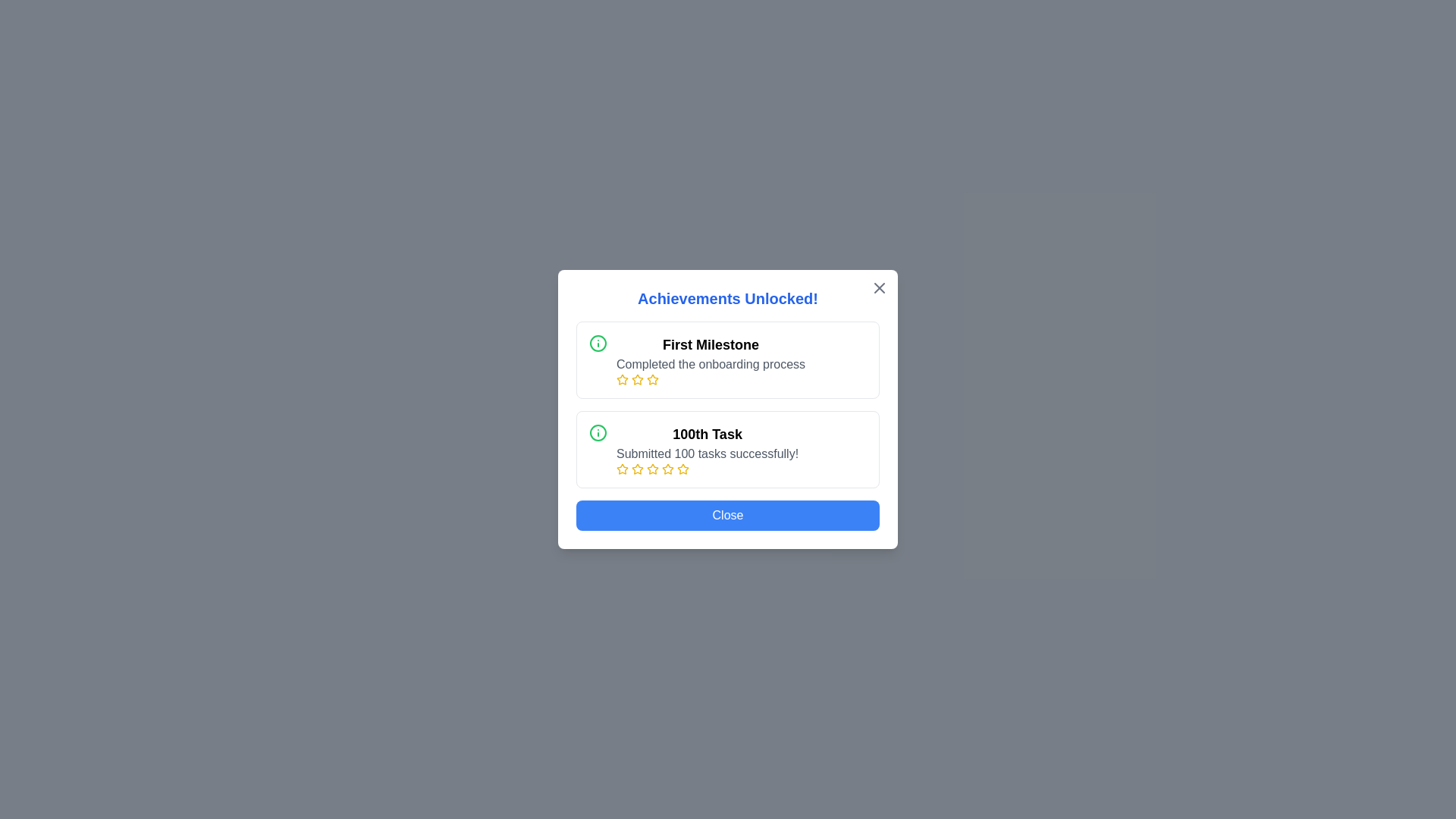 The image size is (1456, 819). Describe the element at coordinates (707, 453) in the screenshot. I see `the static text label that informs the user about successfully completing 100 tasks, located beneath the '100th Task' heading in the achievements modal` at that location.